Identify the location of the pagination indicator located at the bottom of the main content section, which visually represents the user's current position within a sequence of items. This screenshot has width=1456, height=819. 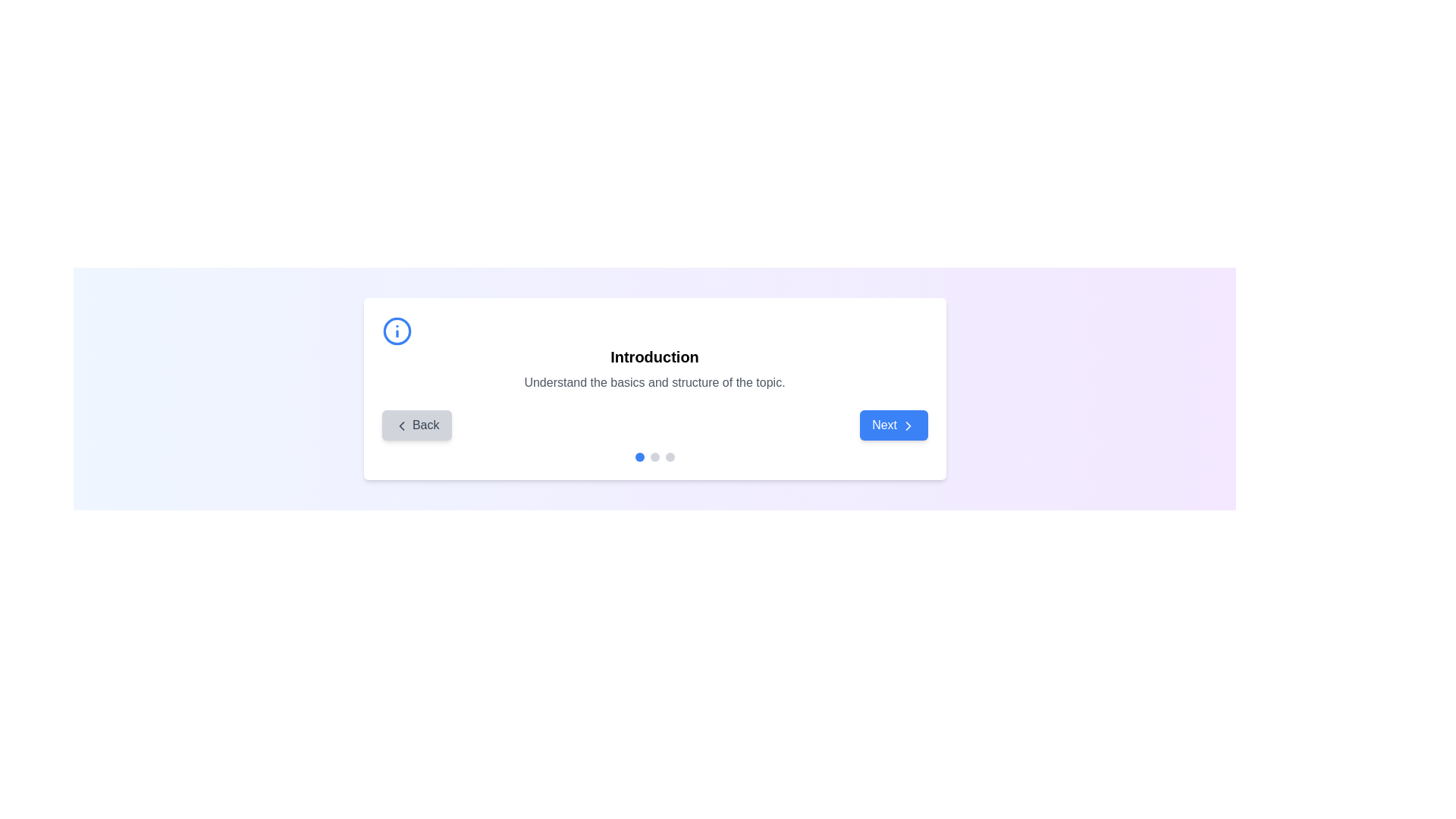
(654, 456).